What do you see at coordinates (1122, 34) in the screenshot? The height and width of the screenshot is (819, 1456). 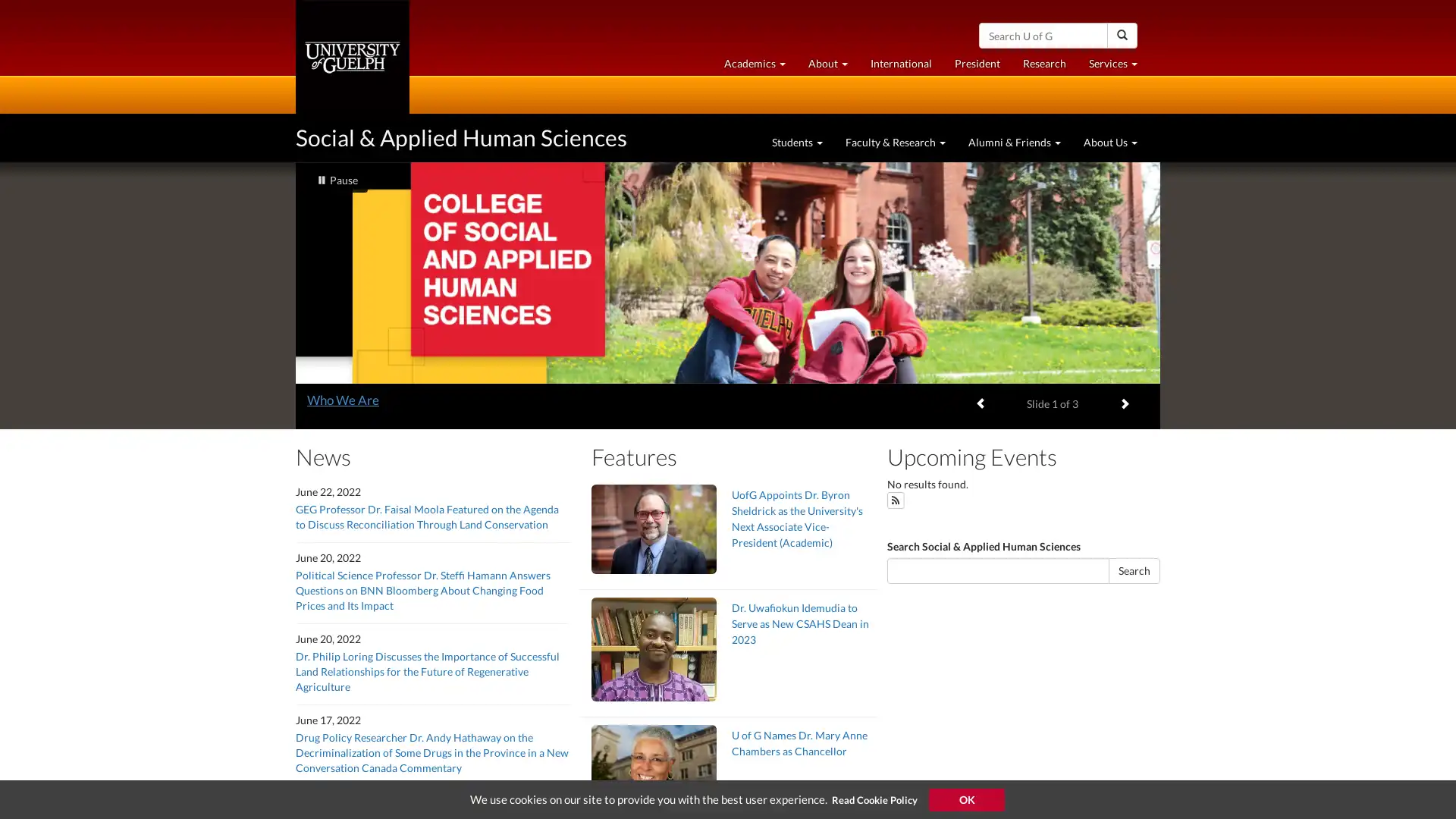 I see `Search` at bounding box center [1122, 34].